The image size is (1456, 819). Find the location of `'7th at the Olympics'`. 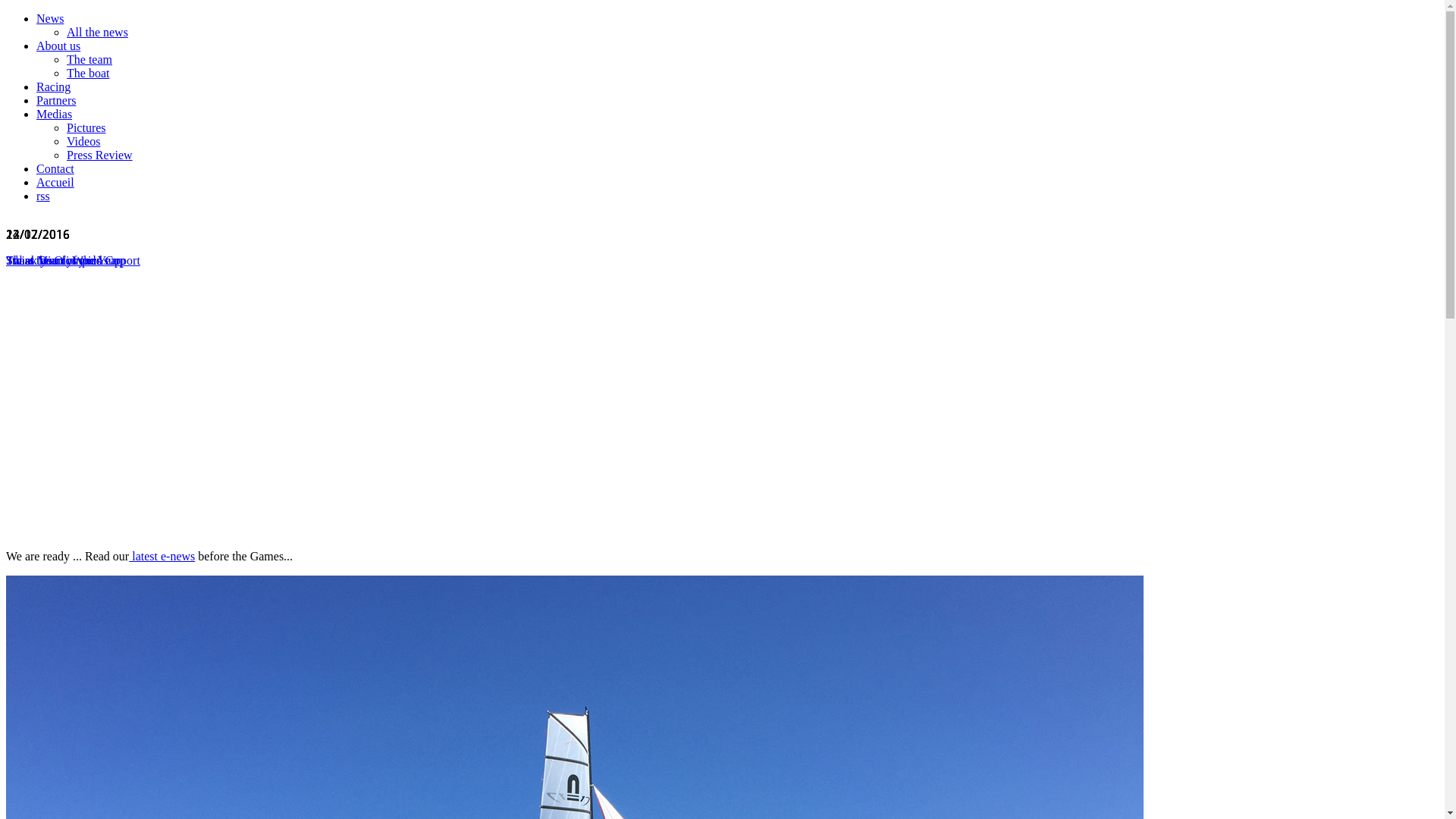

'7th at the Olympics' is located at coordinates (6, 259).